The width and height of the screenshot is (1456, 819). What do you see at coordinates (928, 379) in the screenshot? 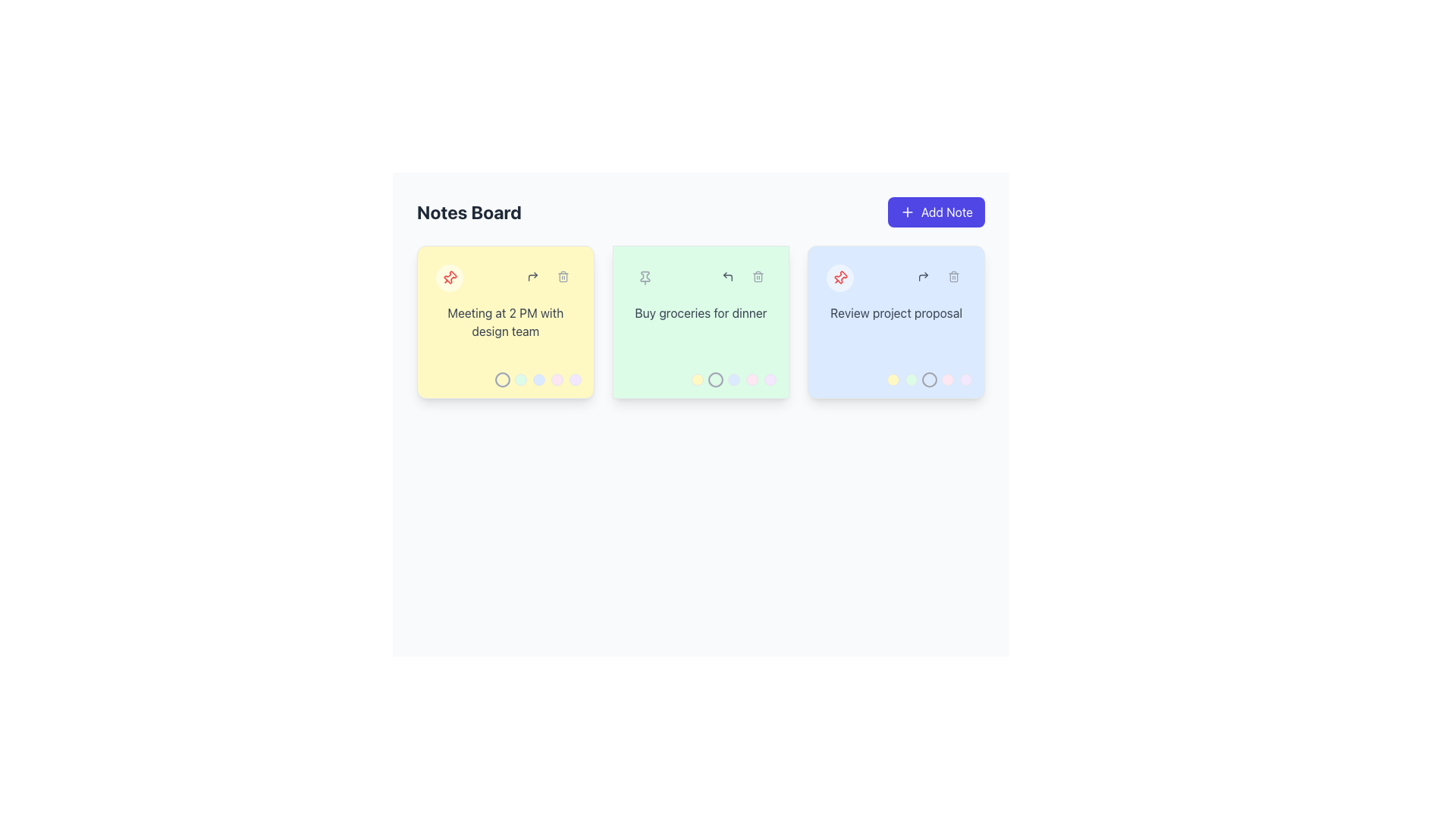
I see `the circular button with a blue background and gray border, which is the third button in a row of five at the bottom right corner of the 'Review project proposal' card` at bounding box center [928, 379].